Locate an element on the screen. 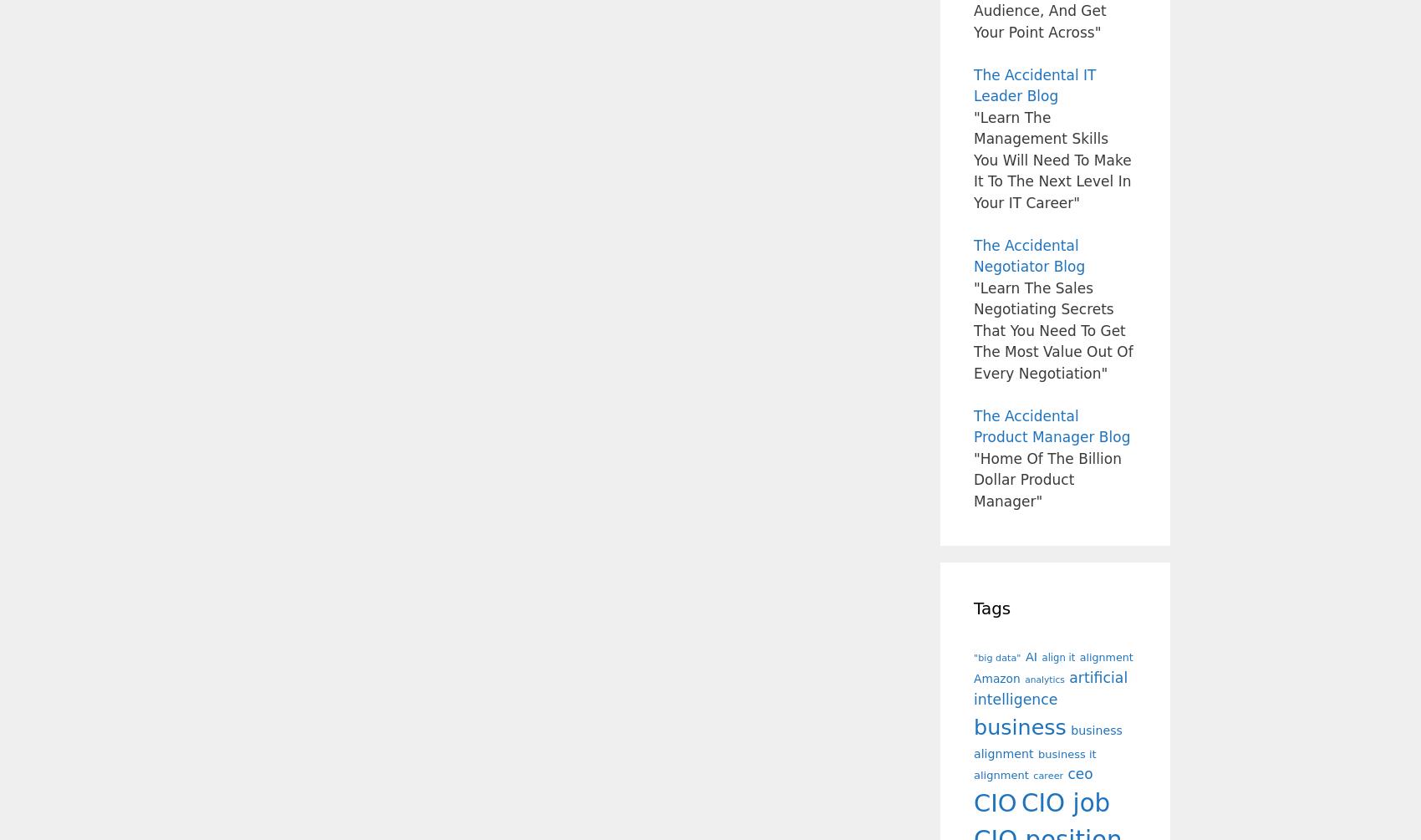 The height and width of the screenshot is (840, 1421). 'The Accidental Negotiator Blog' is located at coordinates (974, 255).